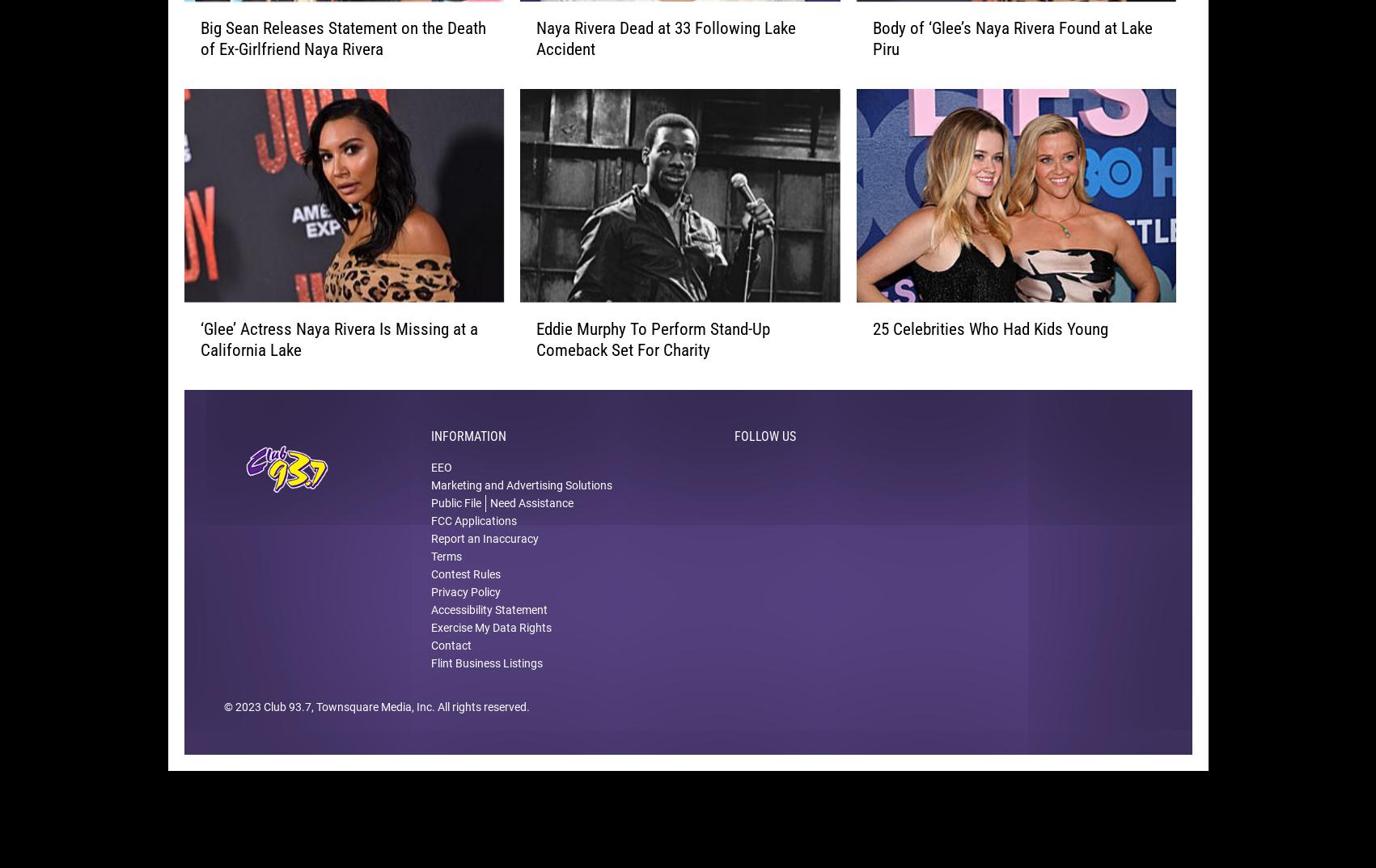  I want to click on 'Flint Business Listings', so click(485, 687).